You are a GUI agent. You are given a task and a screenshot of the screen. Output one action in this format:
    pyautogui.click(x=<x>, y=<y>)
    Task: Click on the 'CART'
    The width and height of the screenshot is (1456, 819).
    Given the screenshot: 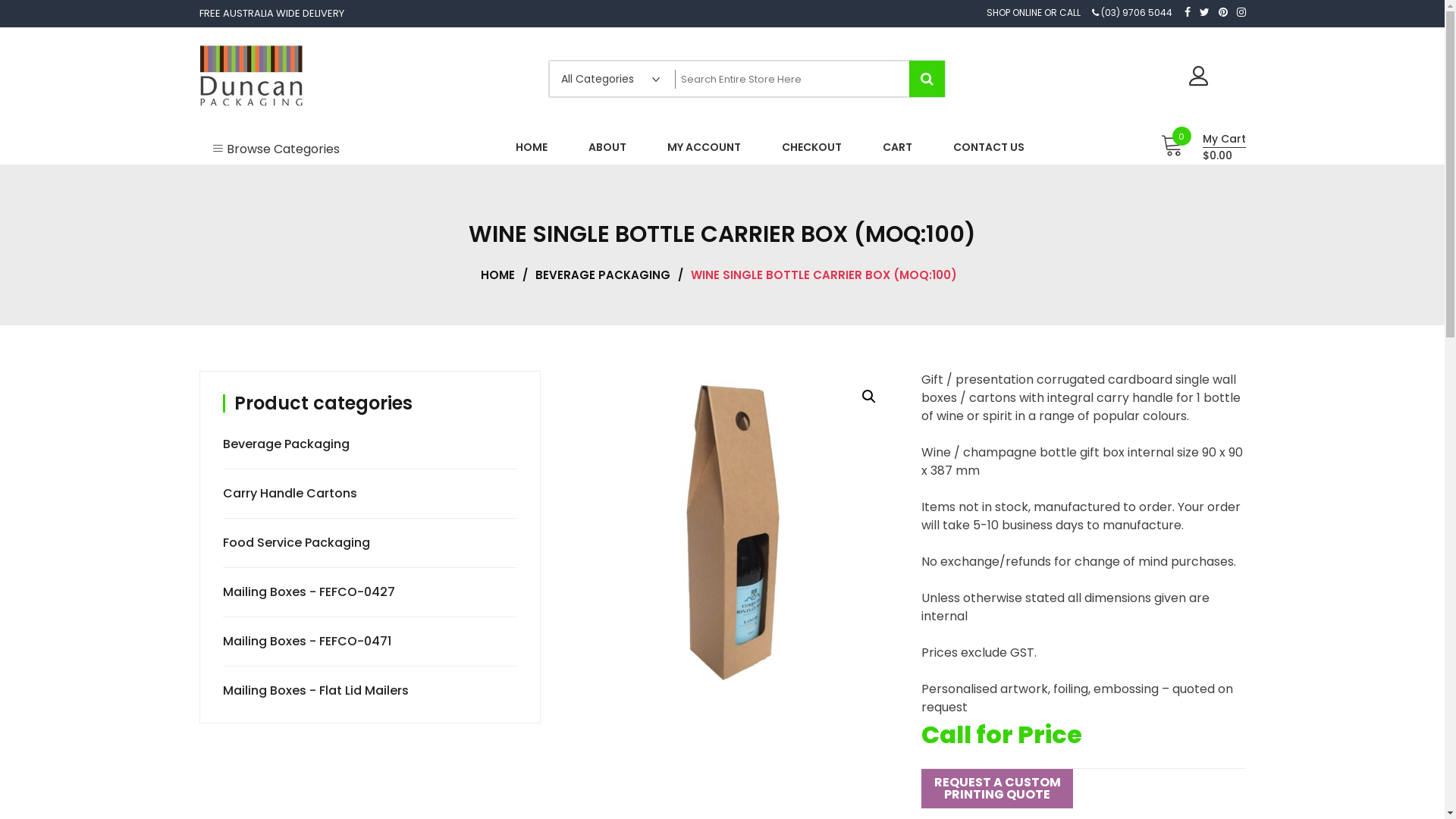 What is the action you would take?
    pyautogui.click(x=870, y=147)
    